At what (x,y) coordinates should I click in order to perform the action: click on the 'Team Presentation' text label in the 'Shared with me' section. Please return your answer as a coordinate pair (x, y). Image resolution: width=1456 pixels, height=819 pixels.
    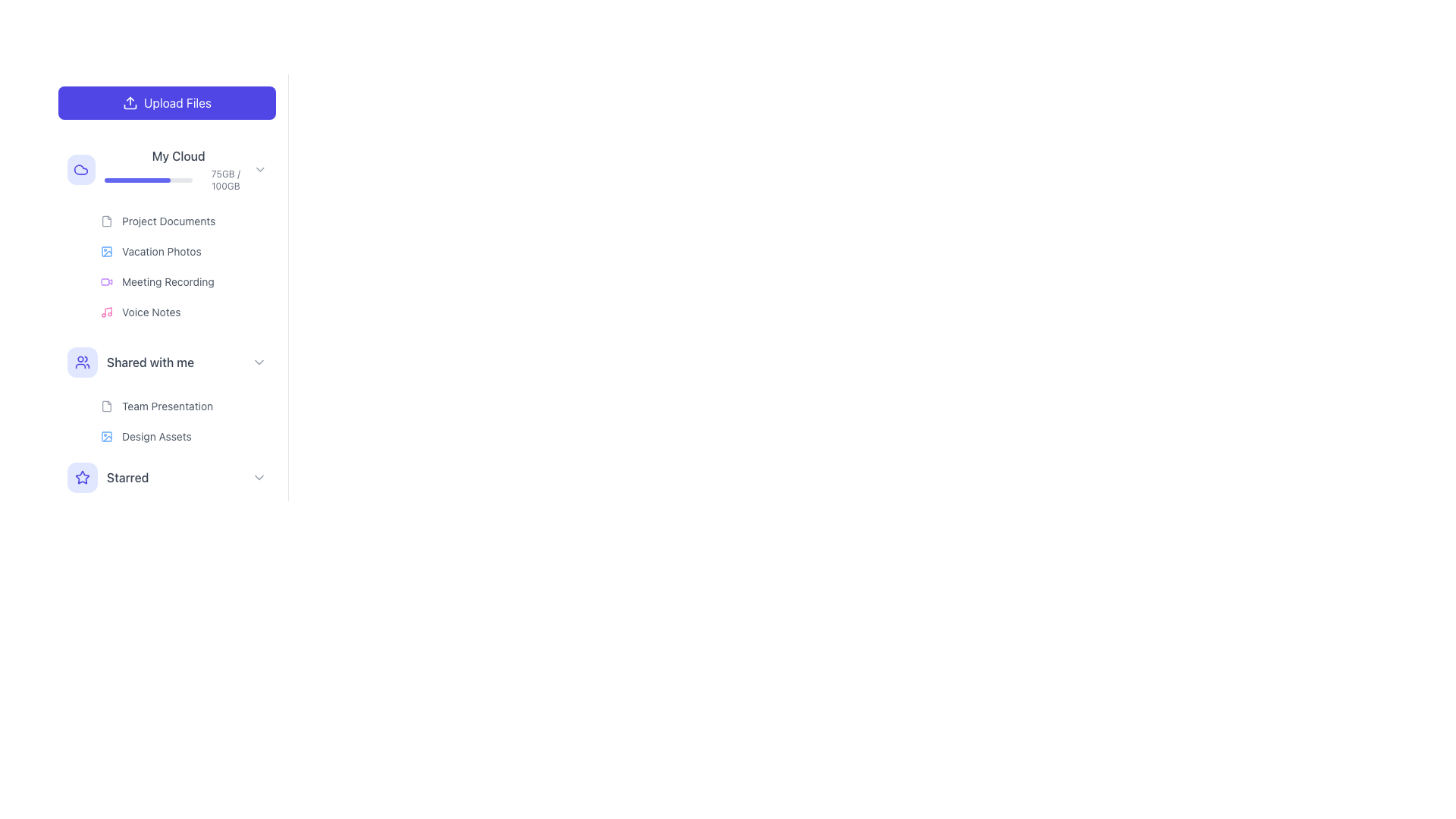
    Looking at the image, I should click on (167, 406).